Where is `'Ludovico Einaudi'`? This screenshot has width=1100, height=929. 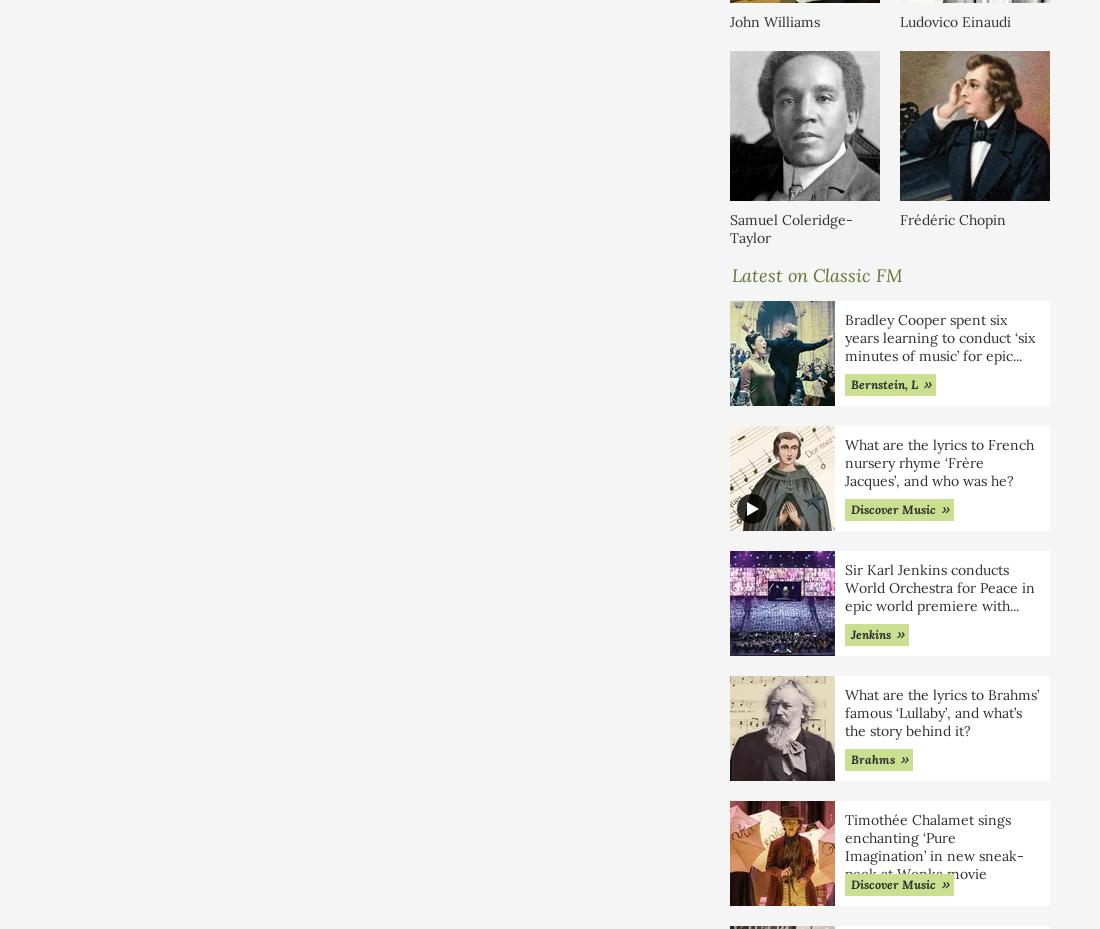
'Ludovico Einaudi' is located at coordinates (955, 19).